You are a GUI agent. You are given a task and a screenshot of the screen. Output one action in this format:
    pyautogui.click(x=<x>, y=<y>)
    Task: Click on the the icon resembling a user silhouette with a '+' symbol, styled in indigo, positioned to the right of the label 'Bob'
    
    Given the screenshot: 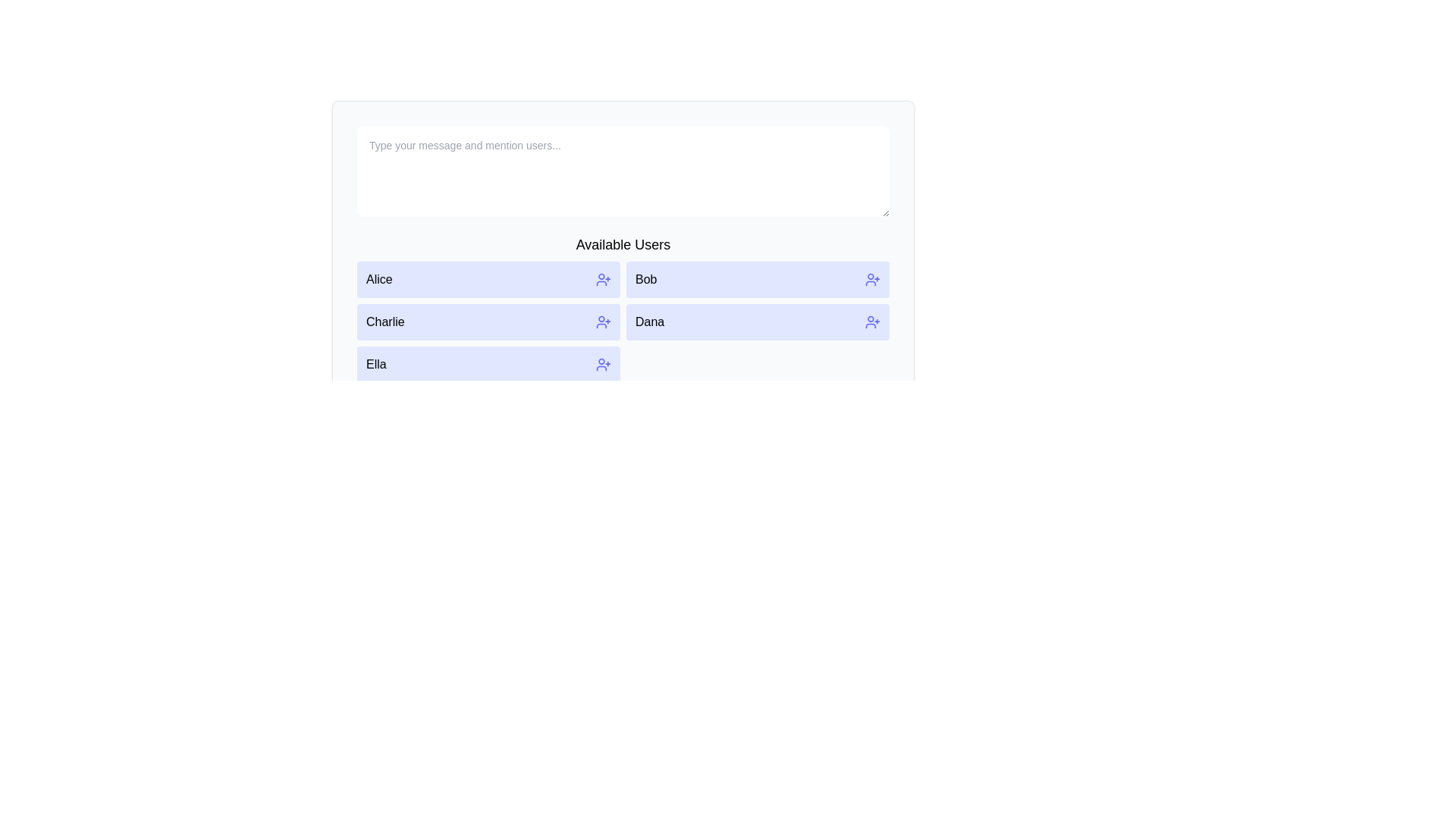 What is the action you would take?
    pyautogui.click(x=873, y=280)
    